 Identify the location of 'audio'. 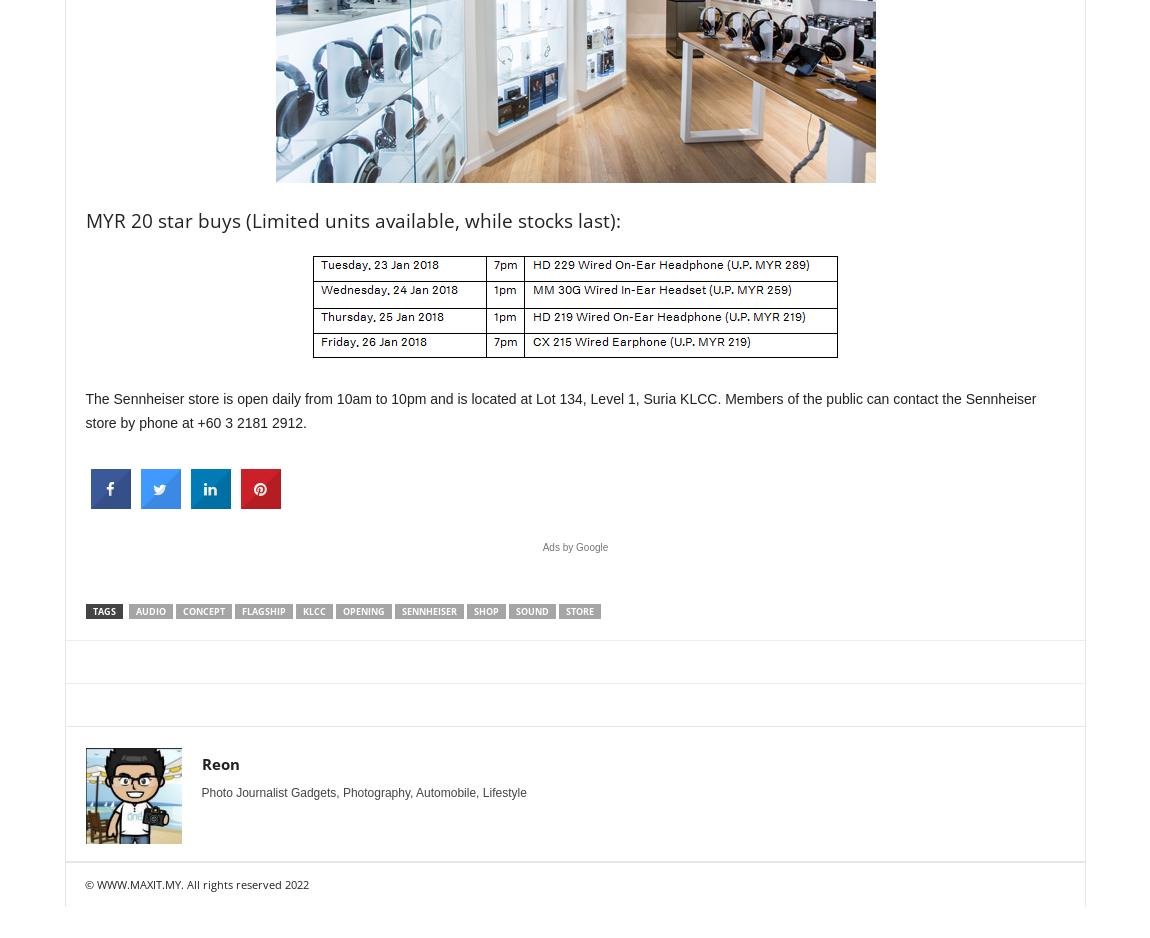
(134, 611).